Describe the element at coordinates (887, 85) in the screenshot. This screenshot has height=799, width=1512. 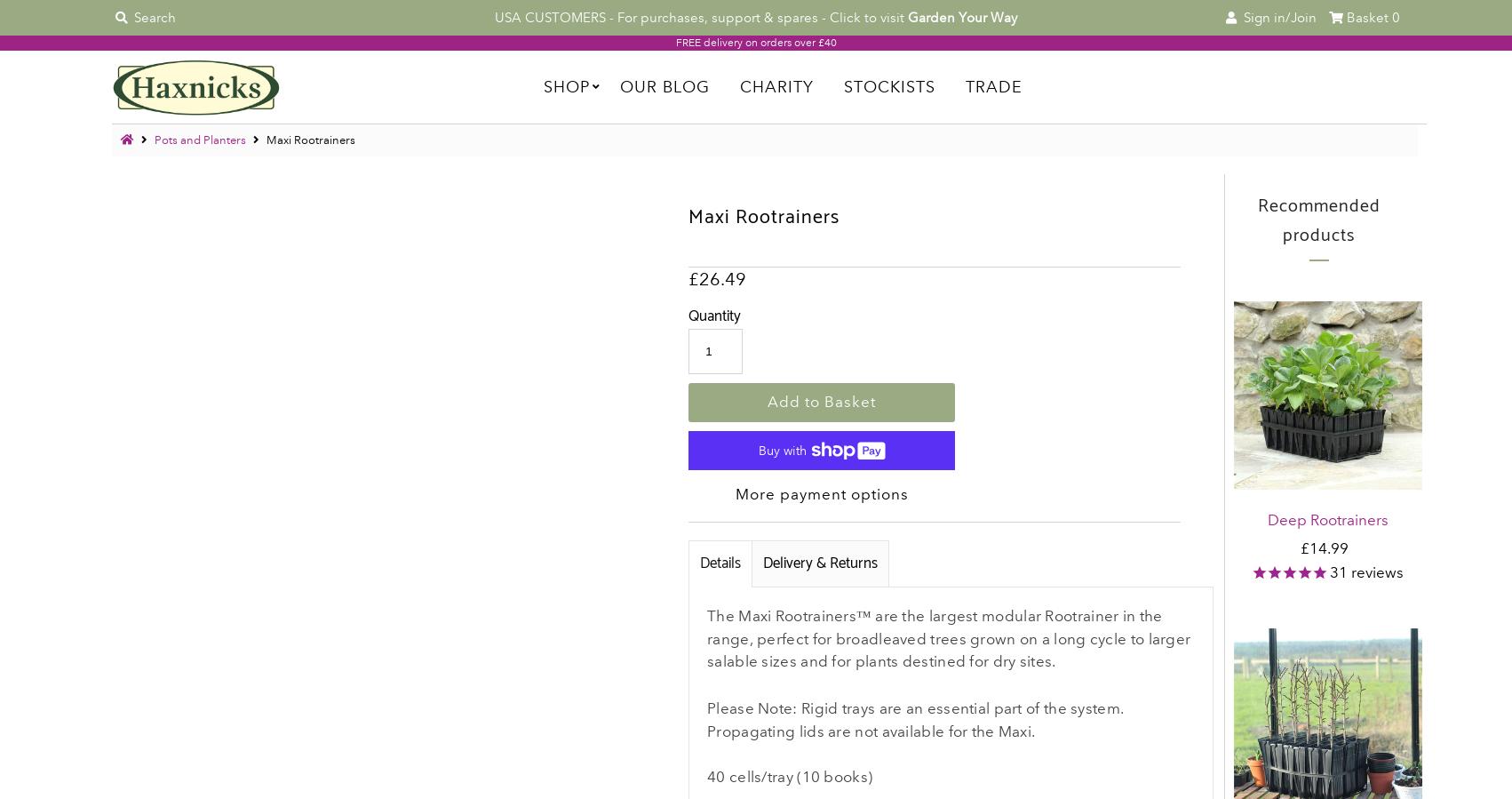
I see `'STOCKISTS'` at that location.